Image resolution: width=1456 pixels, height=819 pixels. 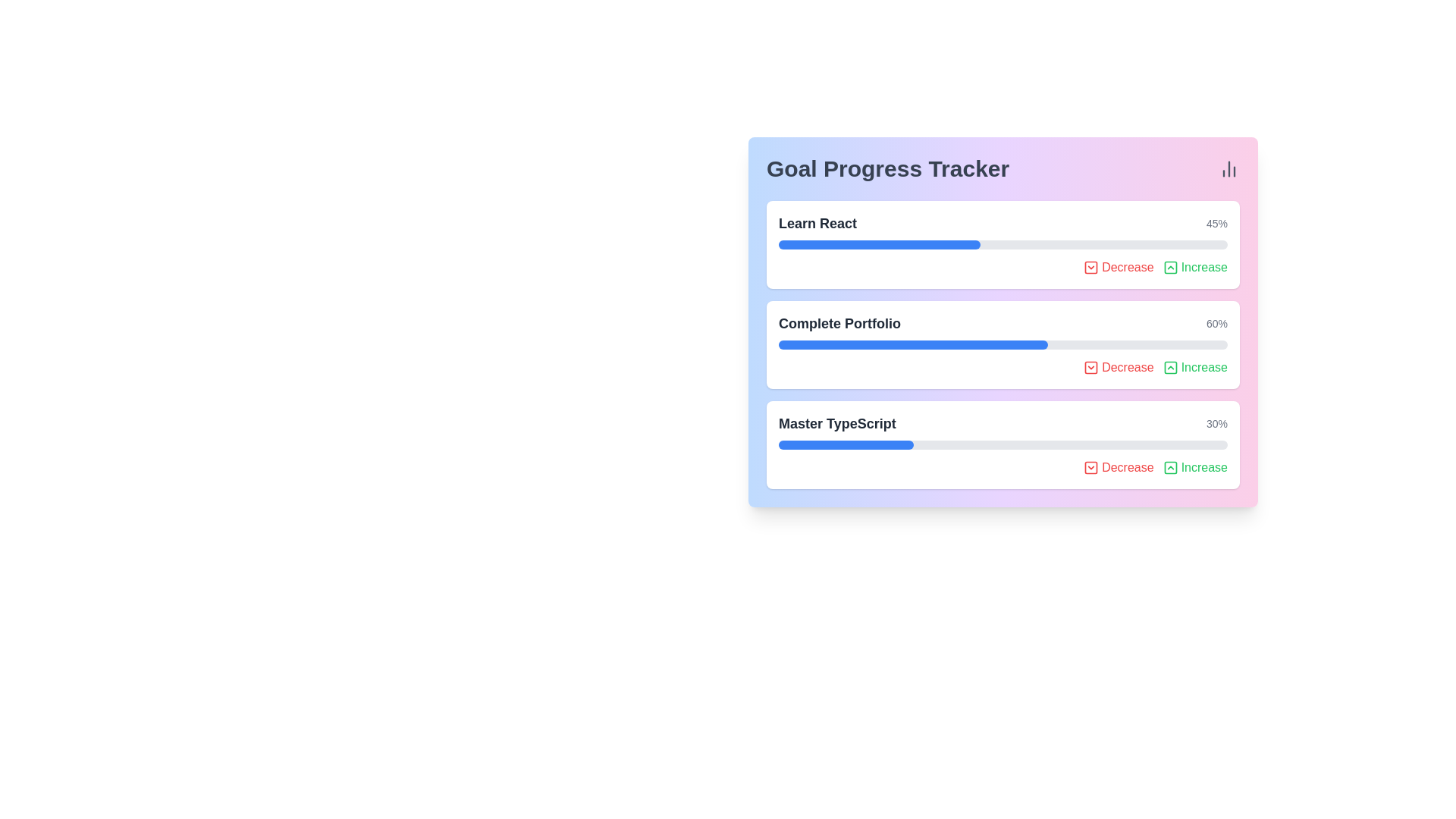 What do you see at coordinates (1003, 244) in the screenshot?
I see `the progress bar located in the first card of the goal tracker interface, which is below the text 'Learn React' and above the control buttons 'Decrease' and 'Increase'` at bounding box center [1003, 244].